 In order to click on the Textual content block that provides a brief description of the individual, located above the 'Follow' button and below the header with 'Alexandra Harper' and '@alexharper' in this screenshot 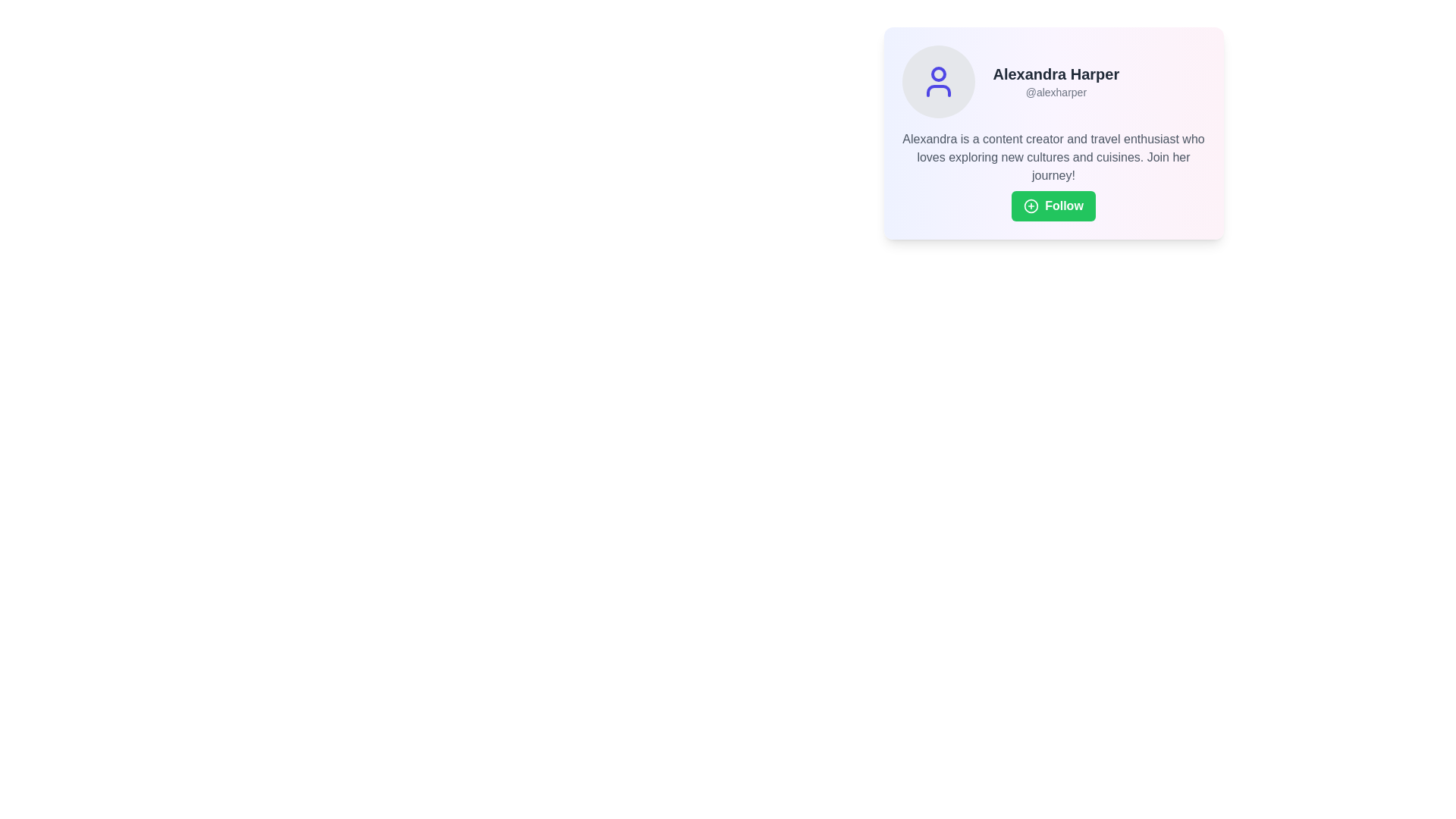, I will do `click(1053, 158)`.